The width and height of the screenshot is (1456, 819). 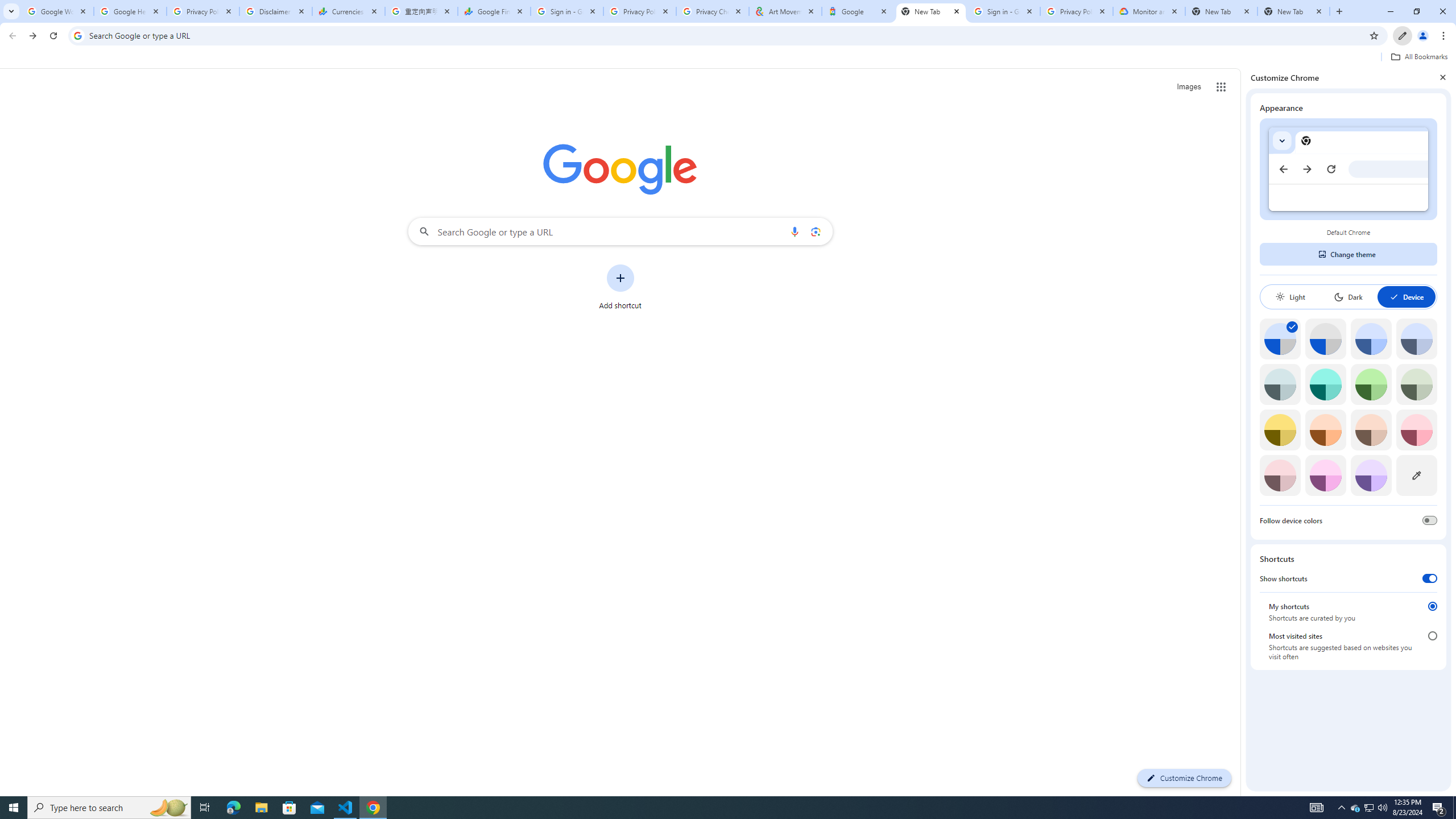 I want to click on 'All Bookmarks', so click(x=1418, y=56).